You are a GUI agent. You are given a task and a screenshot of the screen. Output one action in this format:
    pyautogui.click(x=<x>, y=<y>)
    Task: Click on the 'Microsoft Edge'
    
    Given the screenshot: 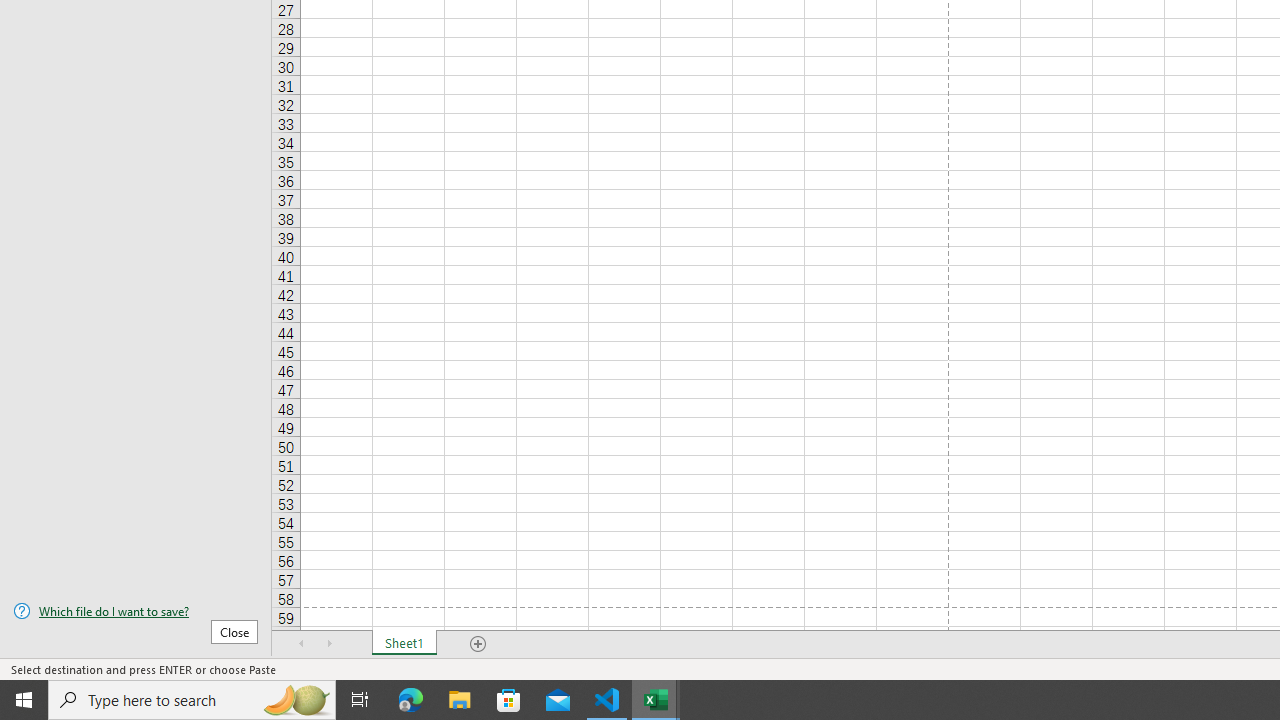 What is the action you would take?
    pyautogui.click(x=410, y=698)
    